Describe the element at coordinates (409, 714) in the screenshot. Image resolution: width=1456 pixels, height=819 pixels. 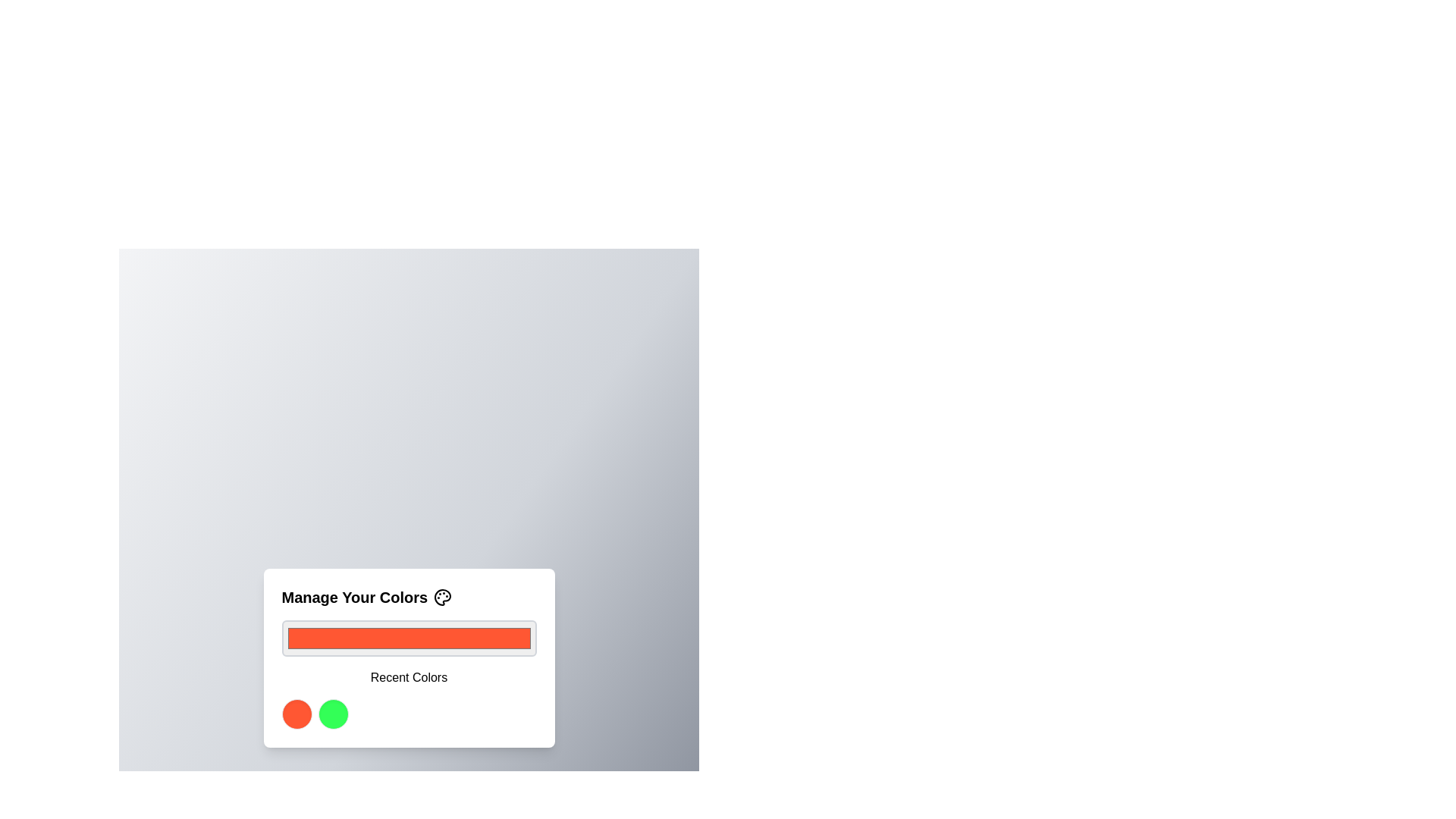
I see `the color circle in the color selection palette located in the 'Manage Your Colors' card` at that location.